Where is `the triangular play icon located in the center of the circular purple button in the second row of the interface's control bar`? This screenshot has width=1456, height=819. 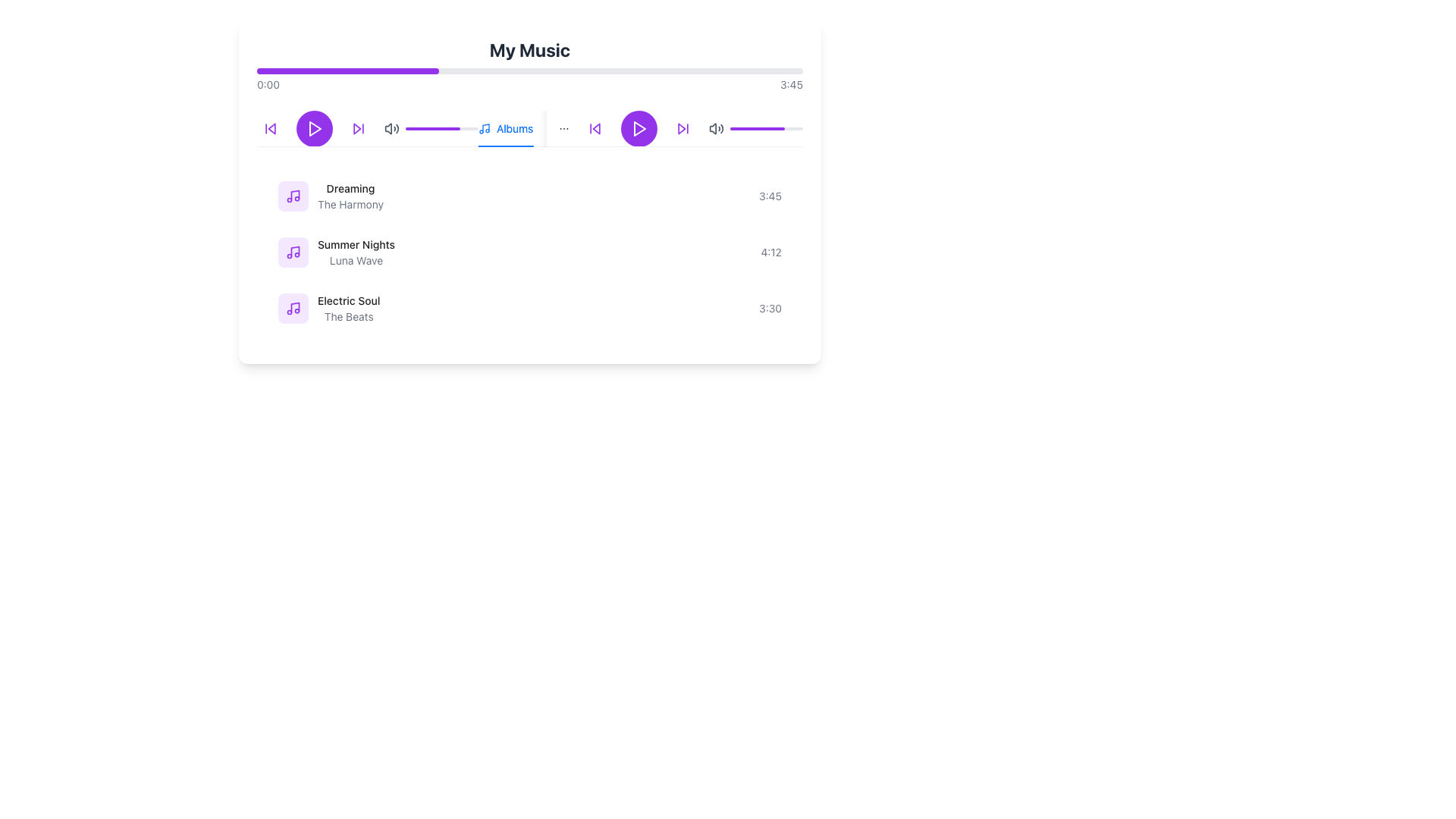
the triangular play icon located in the center of the circular purple button in the second row of the interface's control bar is located at coordinates (639, 127).